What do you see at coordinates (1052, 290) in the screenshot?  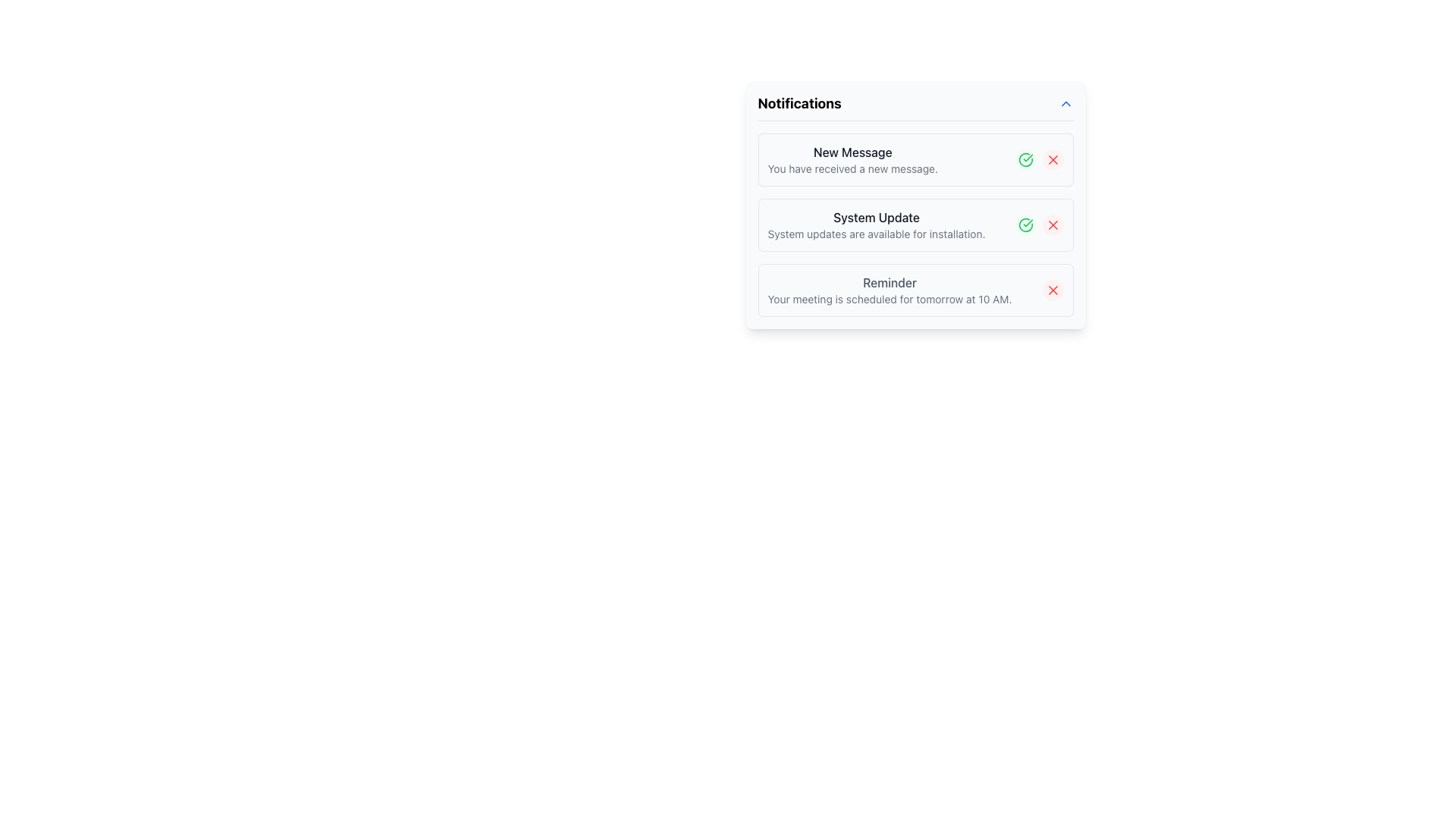 I see `the red cross icon button in the third notification item titled 'Reminder'` at bounding box center [1052, 290].